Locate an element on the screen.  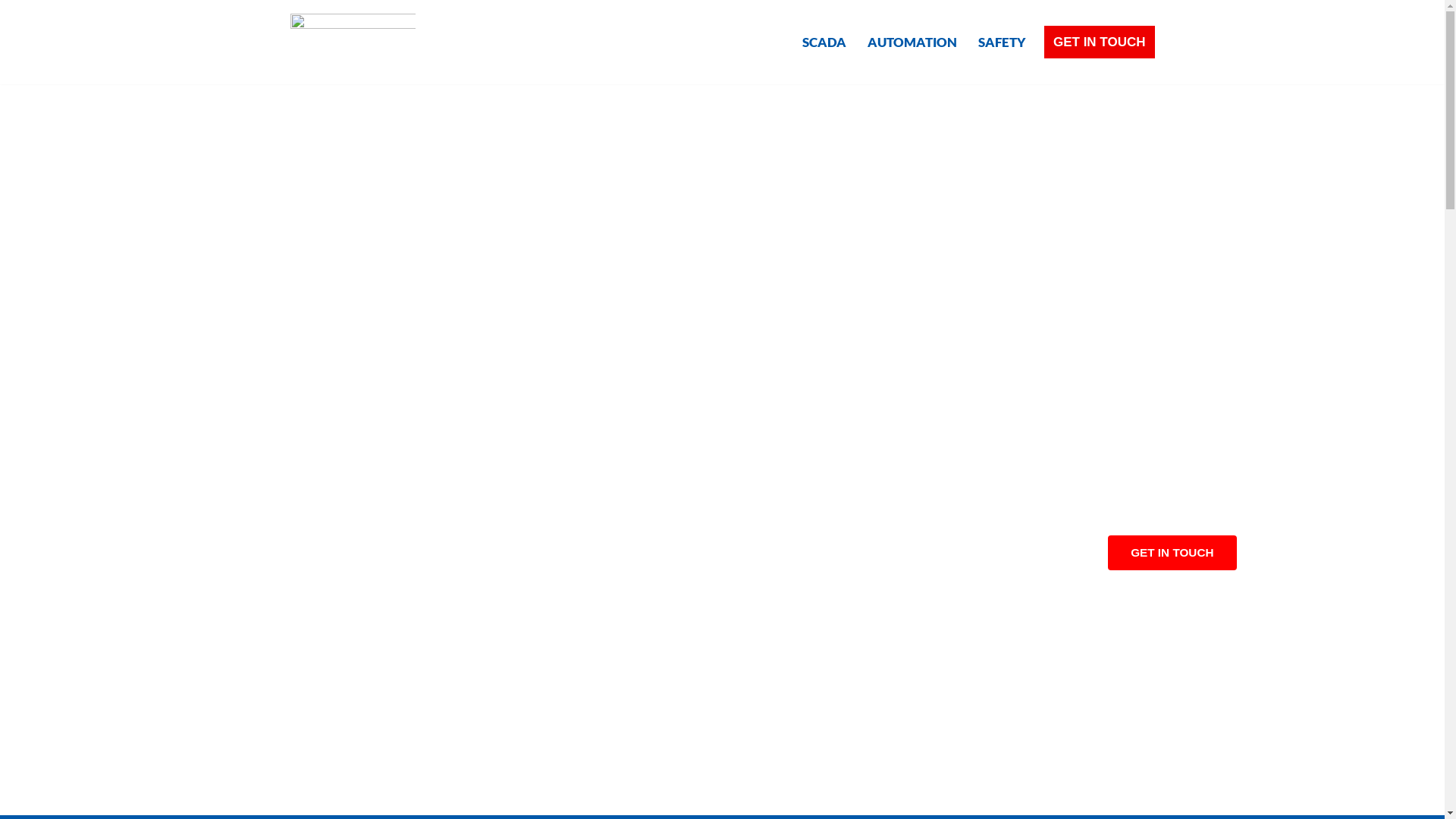
'GET IN TOUCH' is located at coordinates (1099, 41).